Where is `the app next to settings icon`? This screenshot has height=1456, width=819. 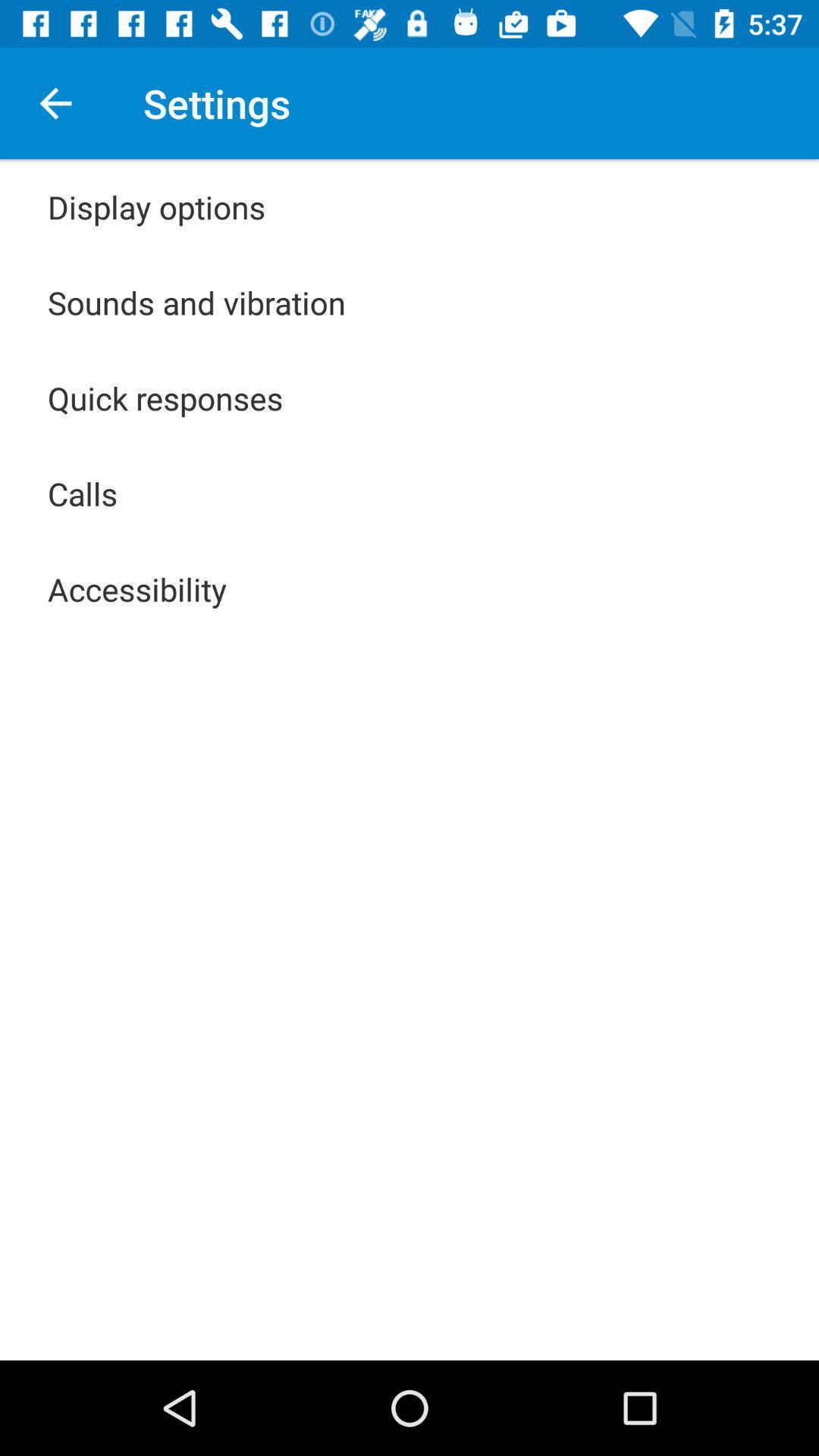
the app next to settings icon is located at coordinates (55, 102).